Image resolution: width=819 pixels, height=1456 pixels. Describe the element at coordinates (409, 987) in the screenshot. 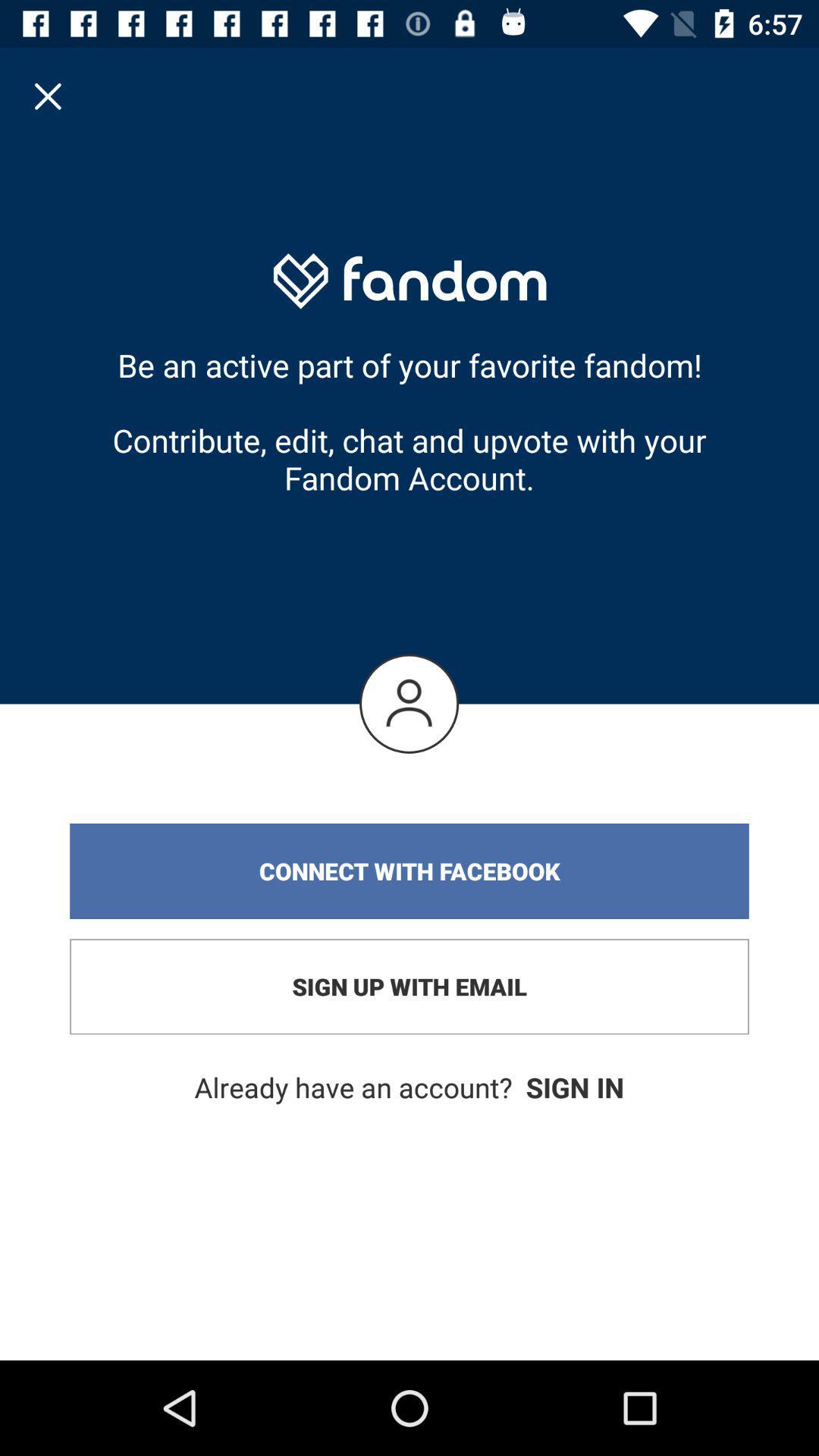

I see `sign up with item` at that location.